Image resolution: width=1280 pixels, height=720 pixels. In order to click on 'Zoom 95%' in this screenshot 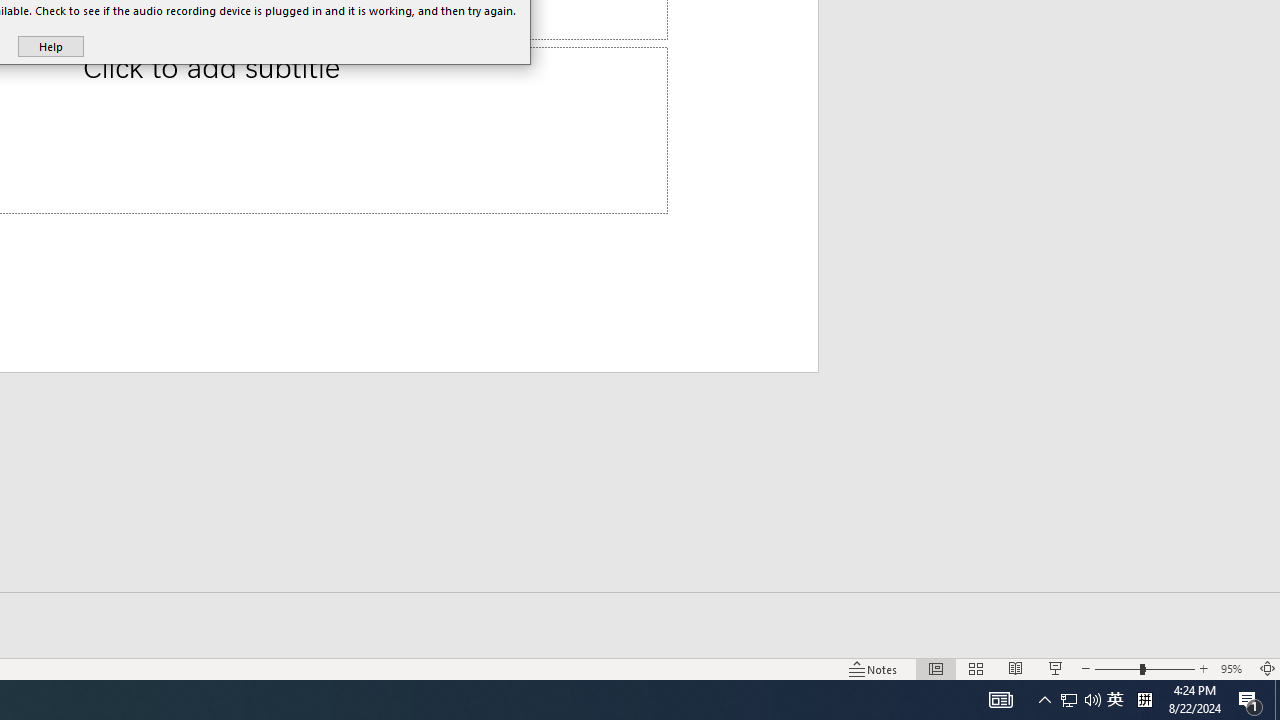, I will do `click(1233, 669)`.